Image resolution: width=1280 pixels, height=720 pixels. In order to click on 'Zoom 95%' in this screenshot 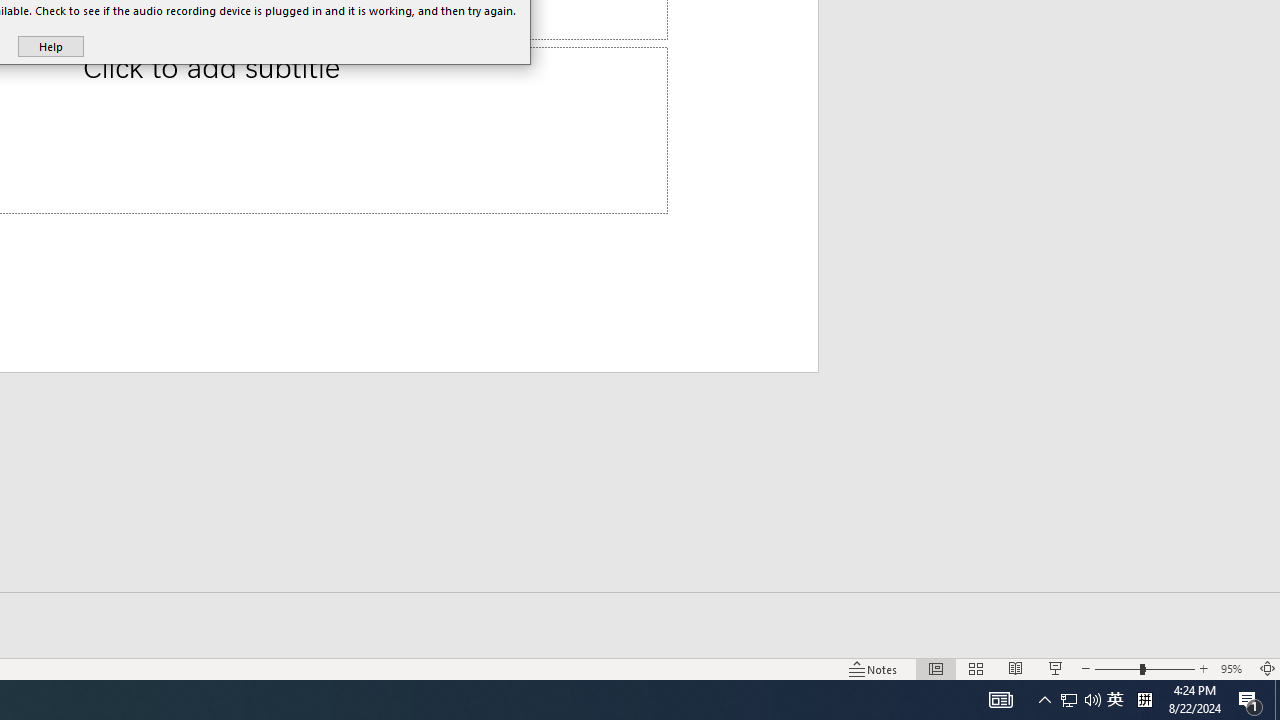, I will do `click(1233, 669)`.